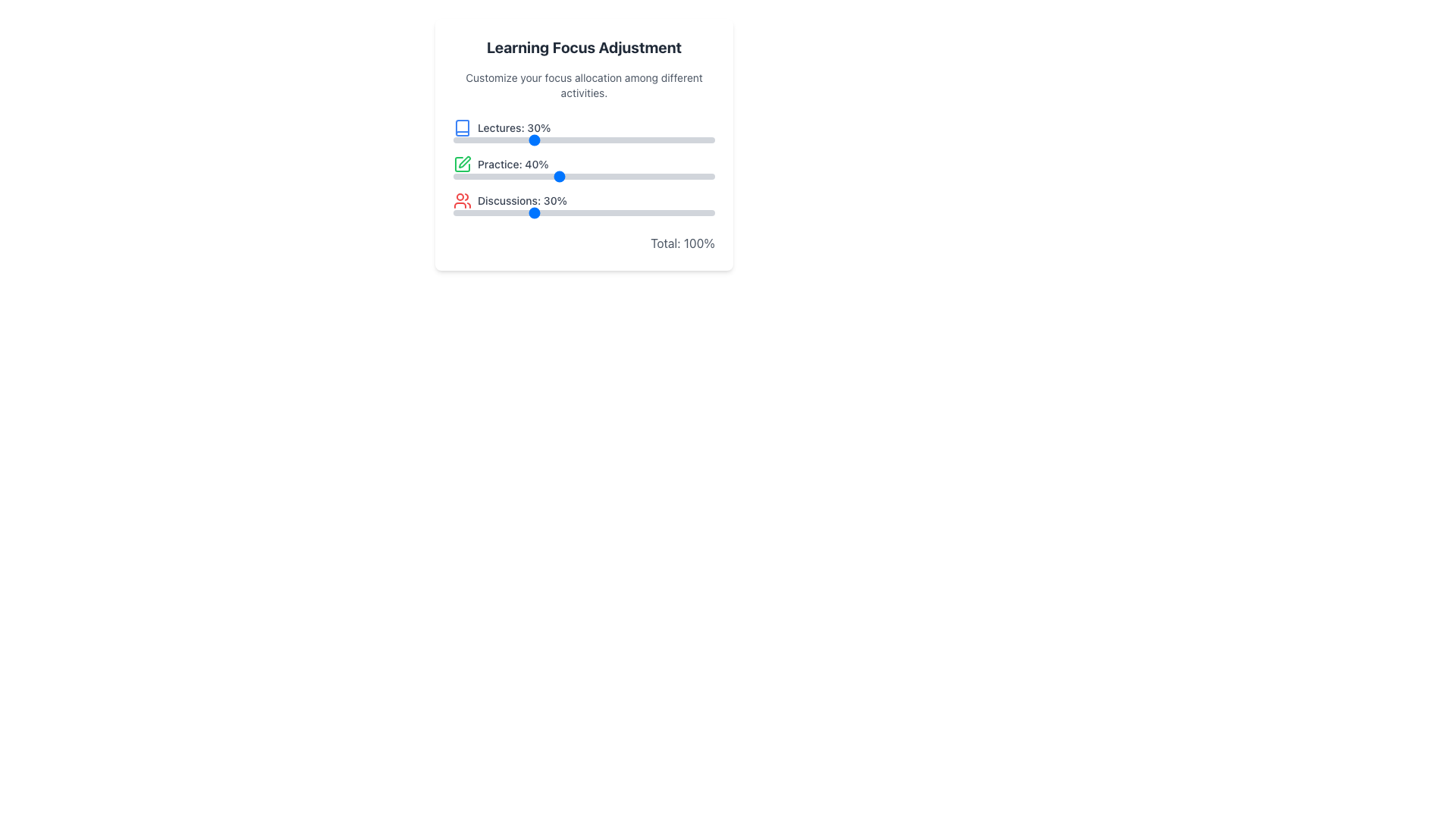 The width and height of the screenshot is (1456, 819). What do you see at coordinates (529, 140) in the screenshot?
I see `the slider` at bounding box center [529, 140].